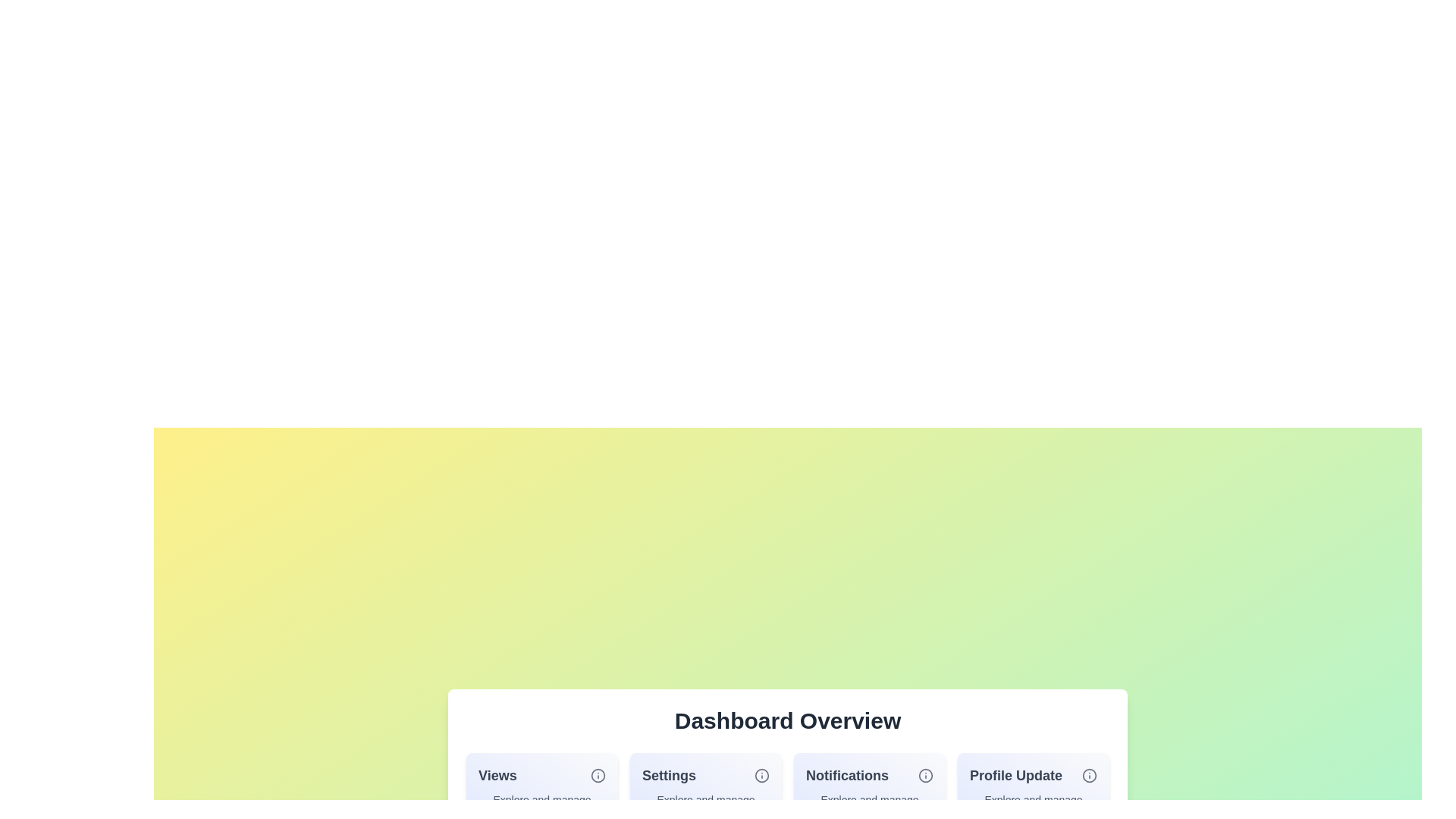 This screenshot has width=1456, height=819. Describe the element at coordinates (761, 775) in the screenshot. I see `the informational icon button located to the right of the 'Settings' text in the horizontal menu under 'Dashboard Overview'` at that location.